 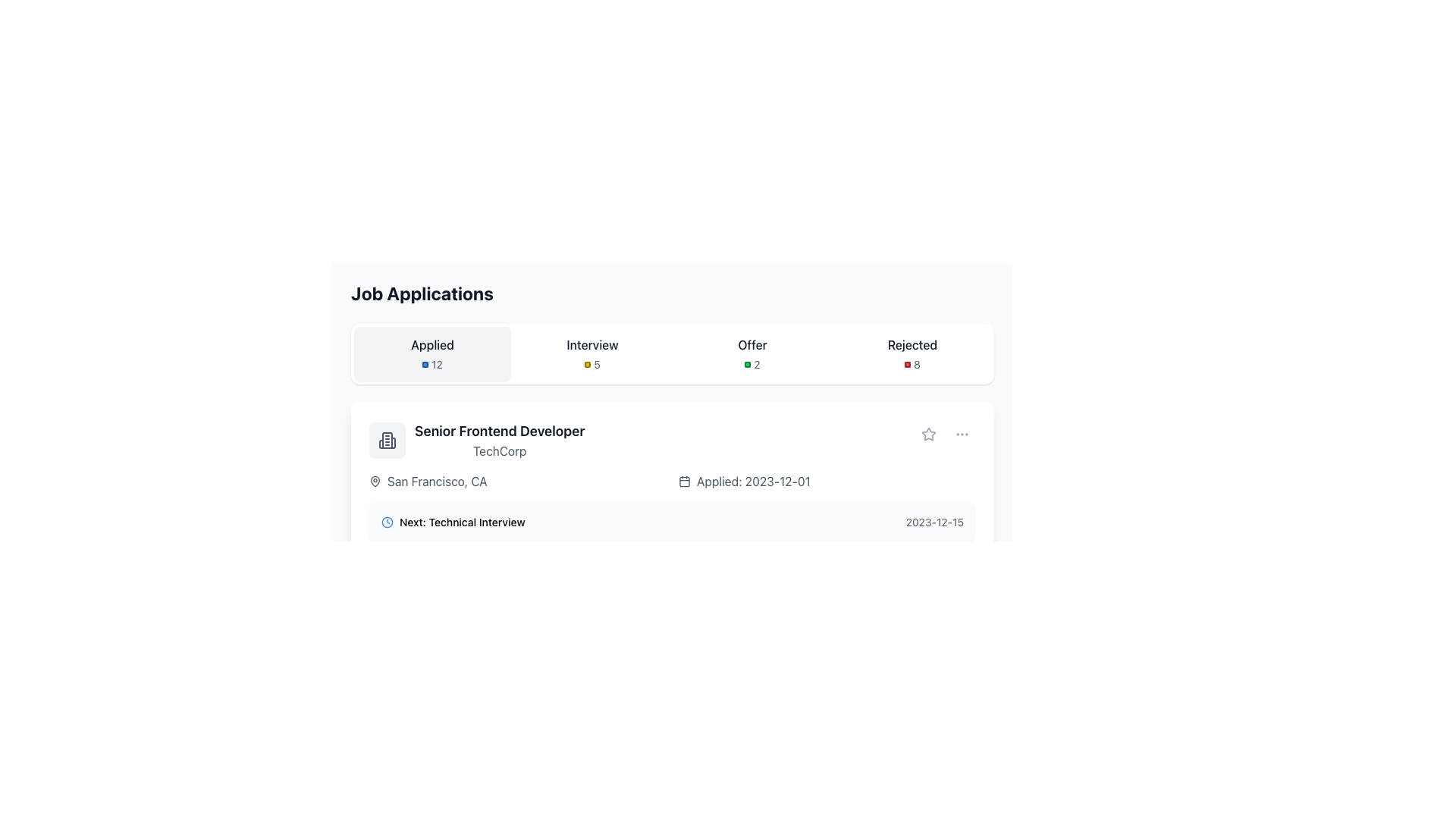 What do you see at coordinates (961, 435) in the screenshot?
I see `the More Options/Ellipsis button, which is represented by three horizontal dots and is located in the top-right of a job application entry` at bounding box center [961, 435].